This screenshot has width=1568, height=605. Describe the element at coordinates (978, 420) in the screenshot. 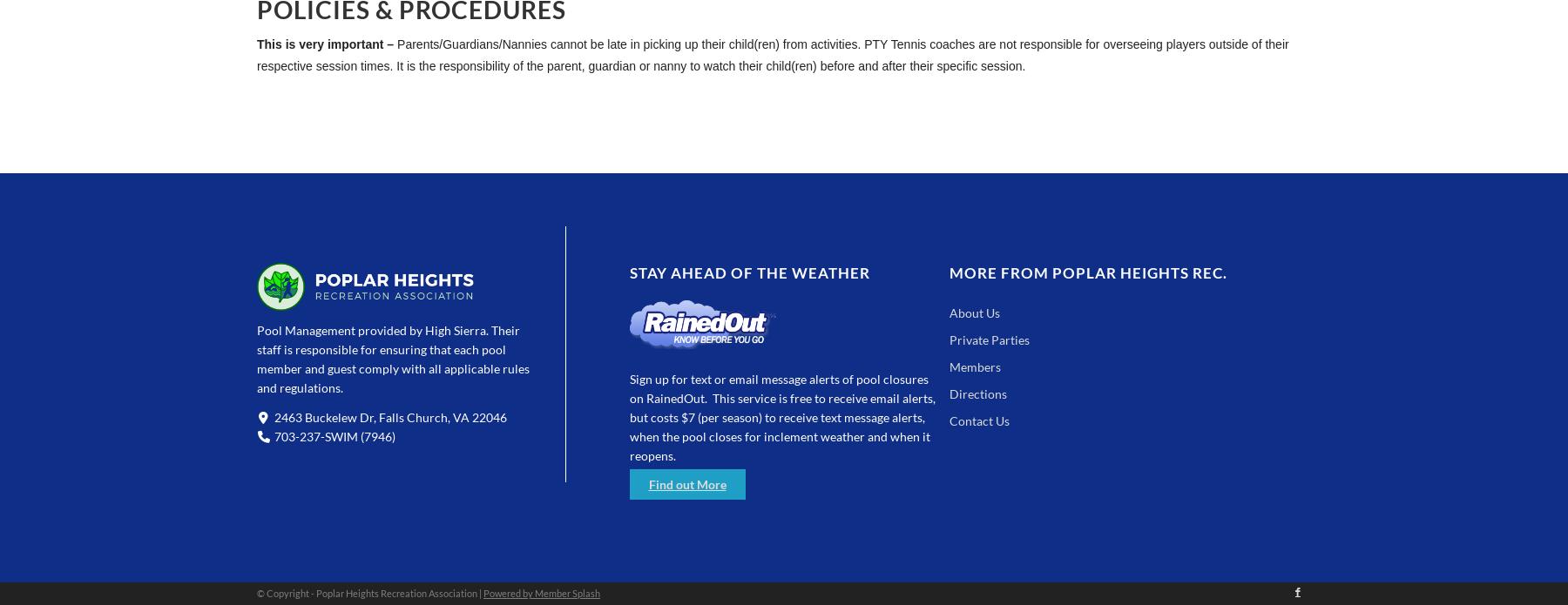

I see `'Contact Us'` at that location.